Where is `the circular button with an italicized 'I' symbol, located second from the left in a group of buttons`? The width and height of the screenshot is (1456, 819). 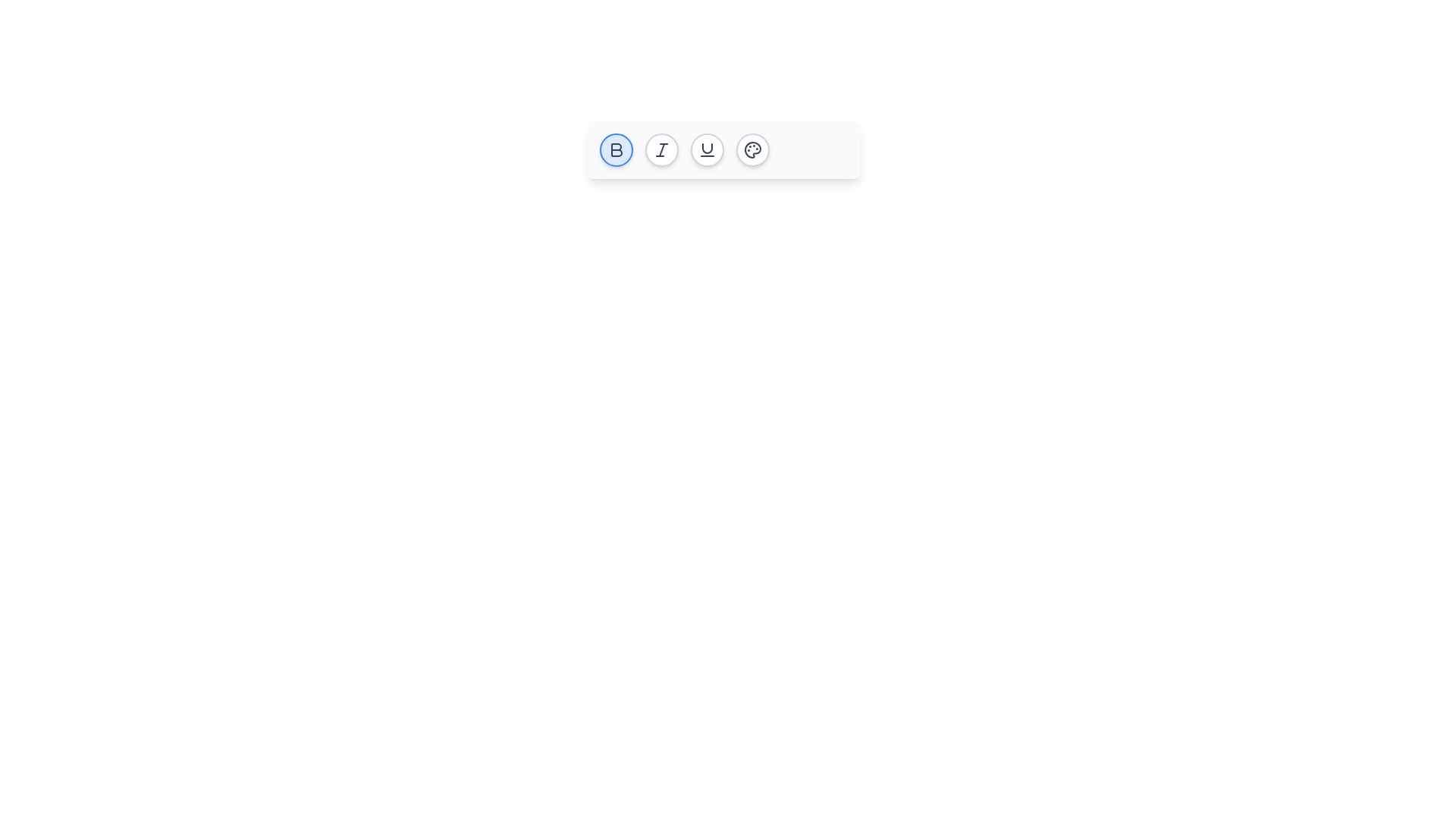 the circular button with an italicized 'I' symbol, located second from the left in a group of buttons is located at coordinates (662, 149).